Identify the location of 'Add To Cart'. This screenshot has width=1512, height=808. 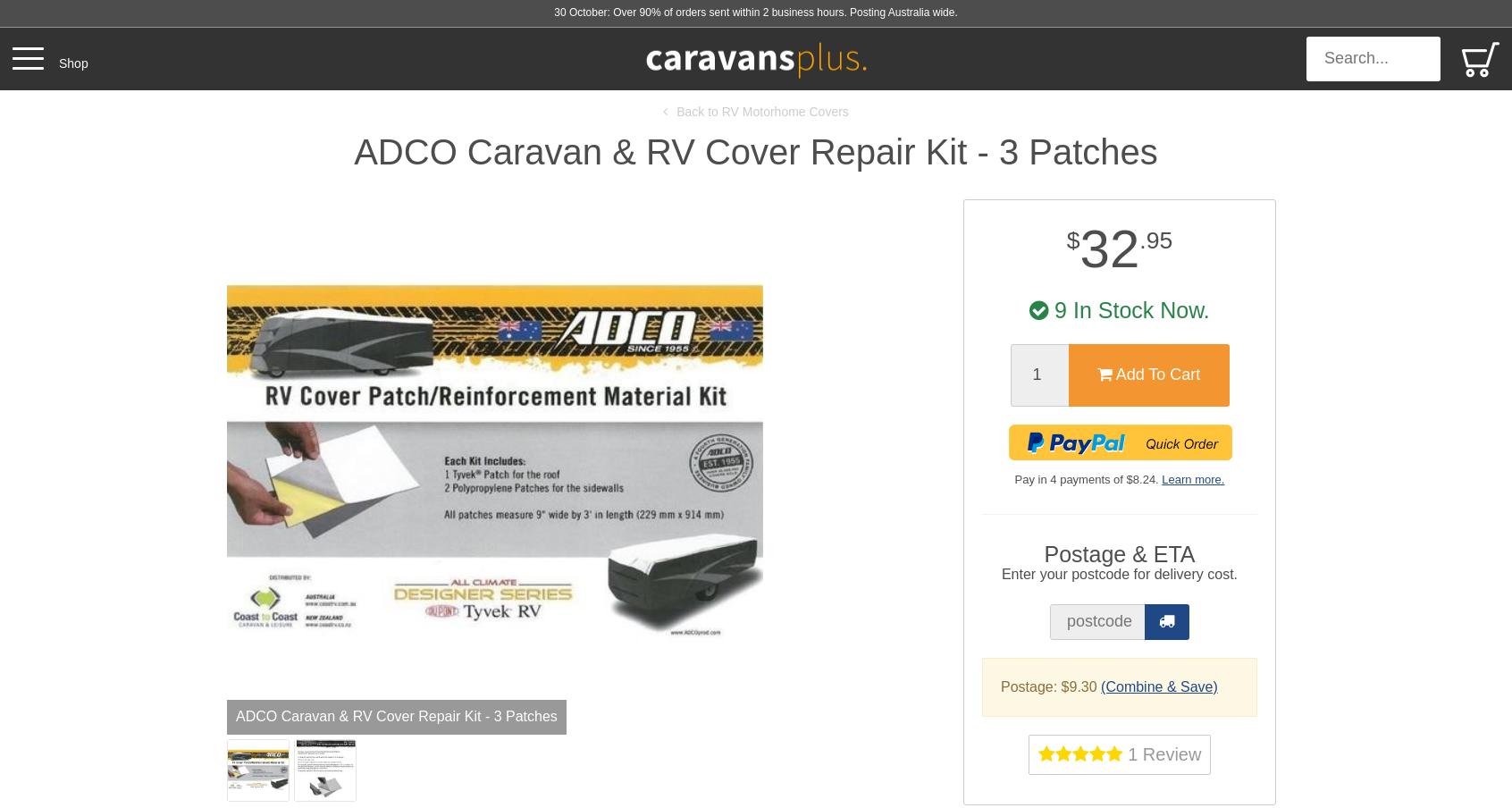
(1111, 375).